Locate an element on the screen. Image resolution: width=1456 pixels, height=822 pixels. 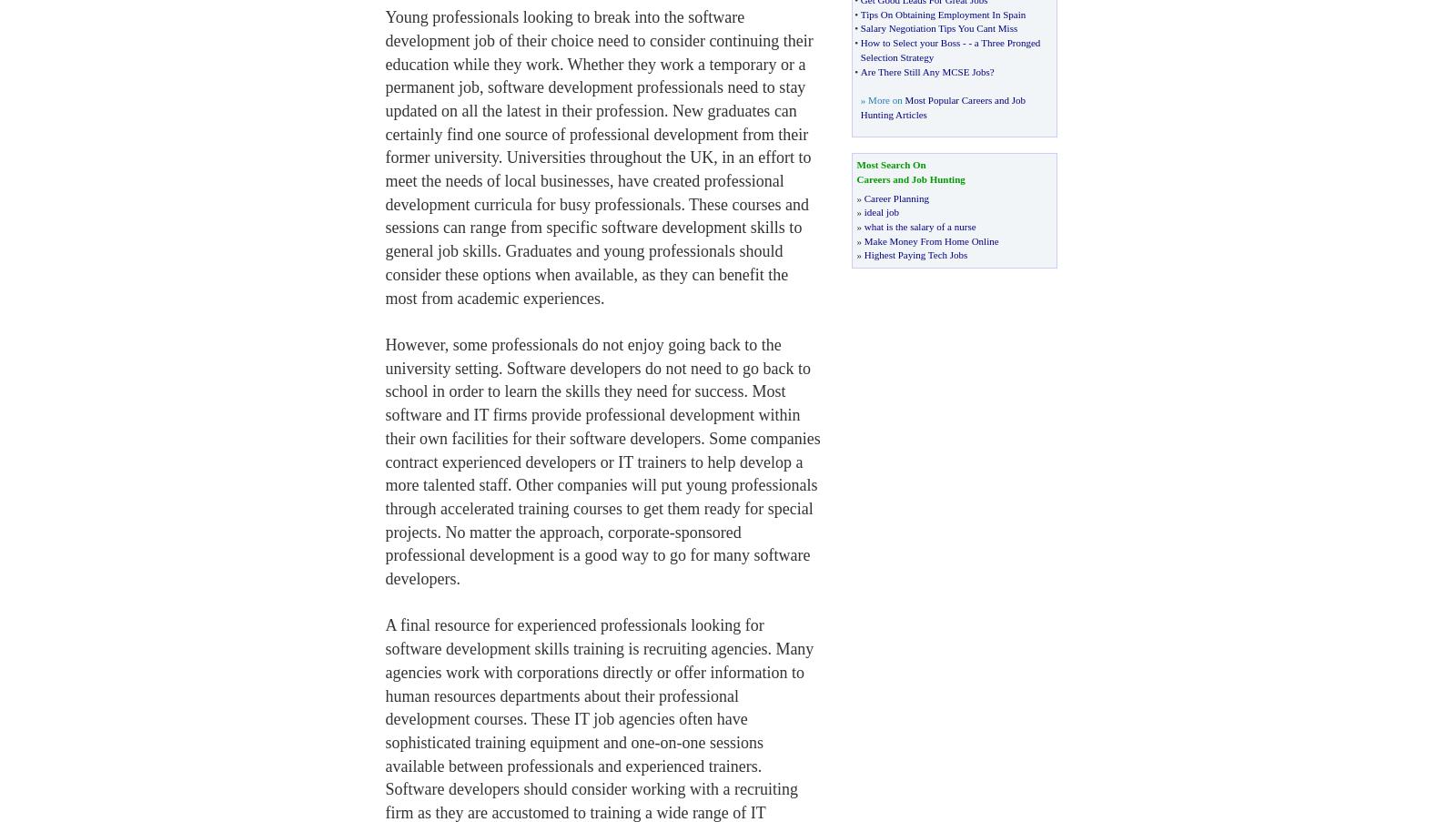
'- -' is located at coordinates (966, 41).